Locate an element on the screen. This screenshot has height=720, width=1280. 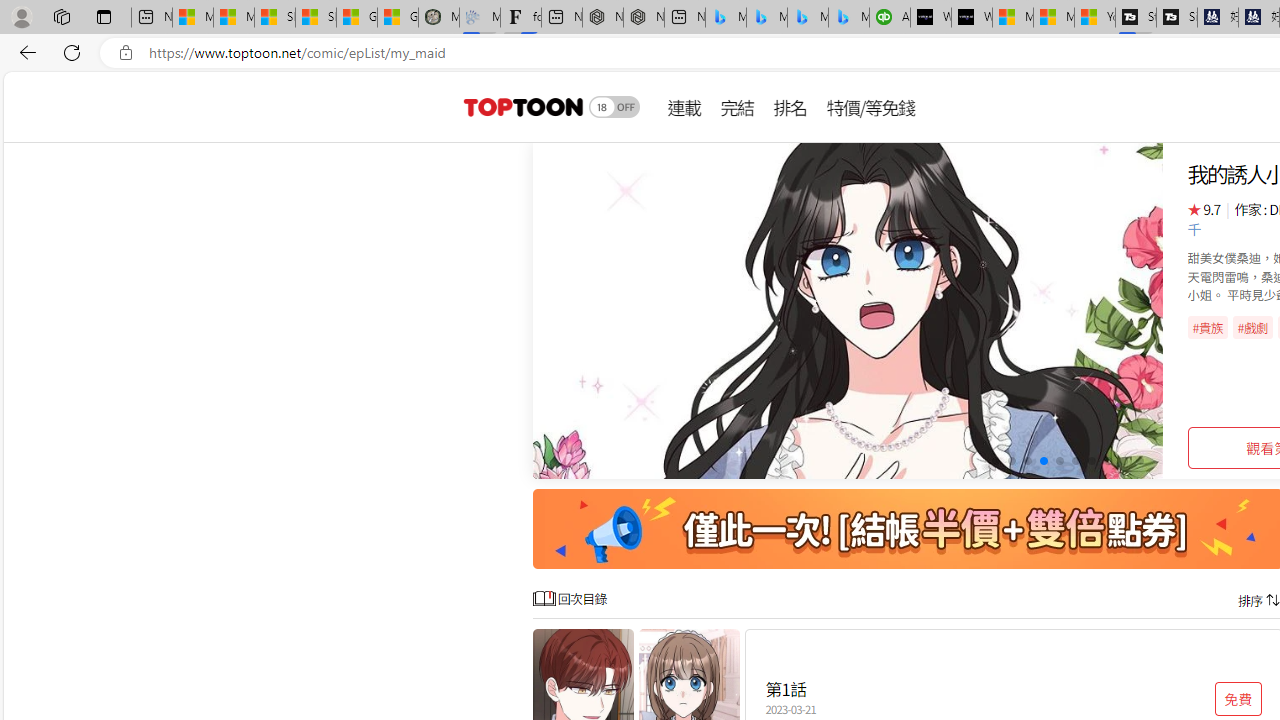
'Class: swiper-slide swiper-slide-prev' is located at coordinates (848, 311).